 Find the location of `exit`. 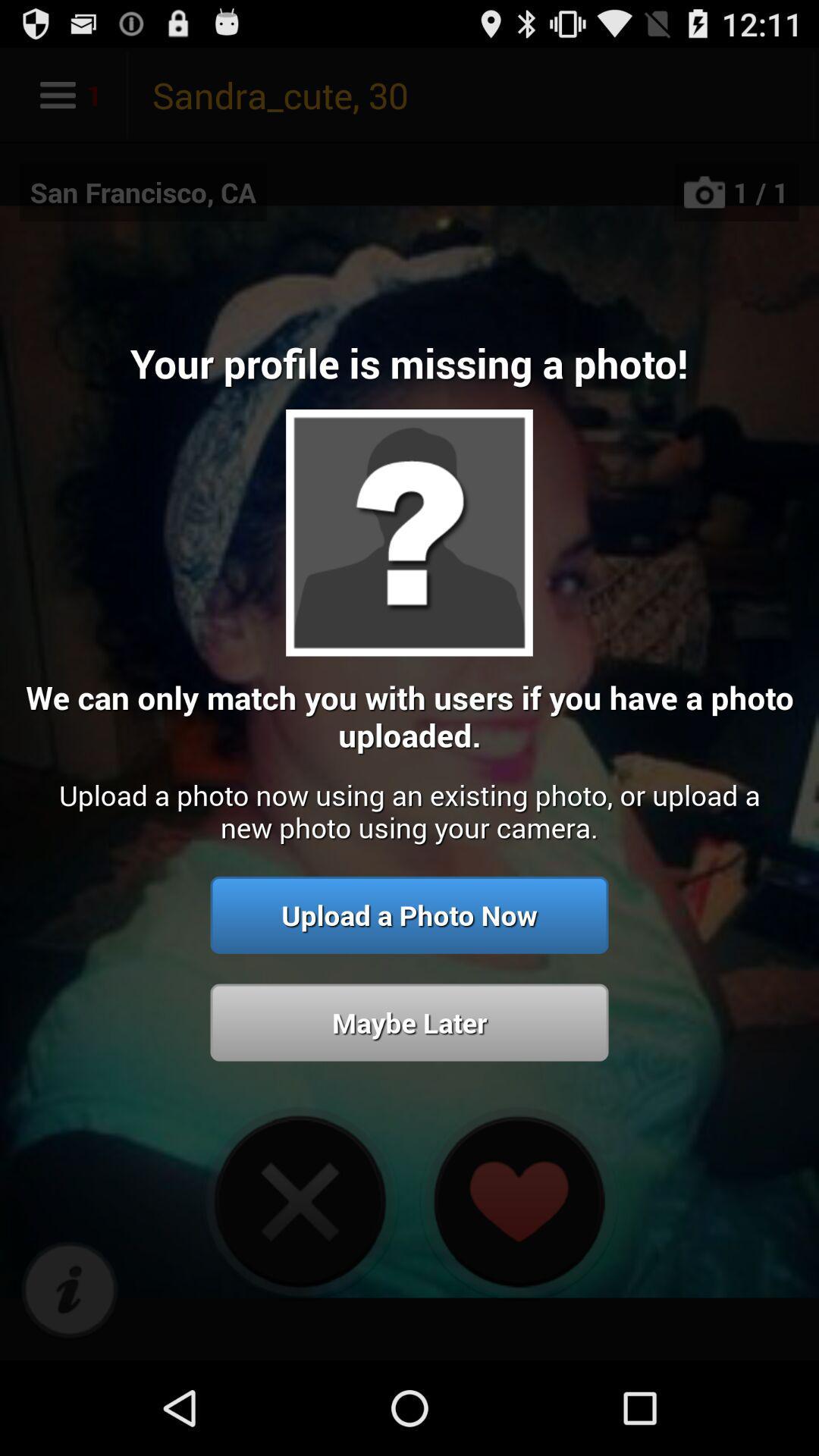

exit is located at coordinates (300, 1200).